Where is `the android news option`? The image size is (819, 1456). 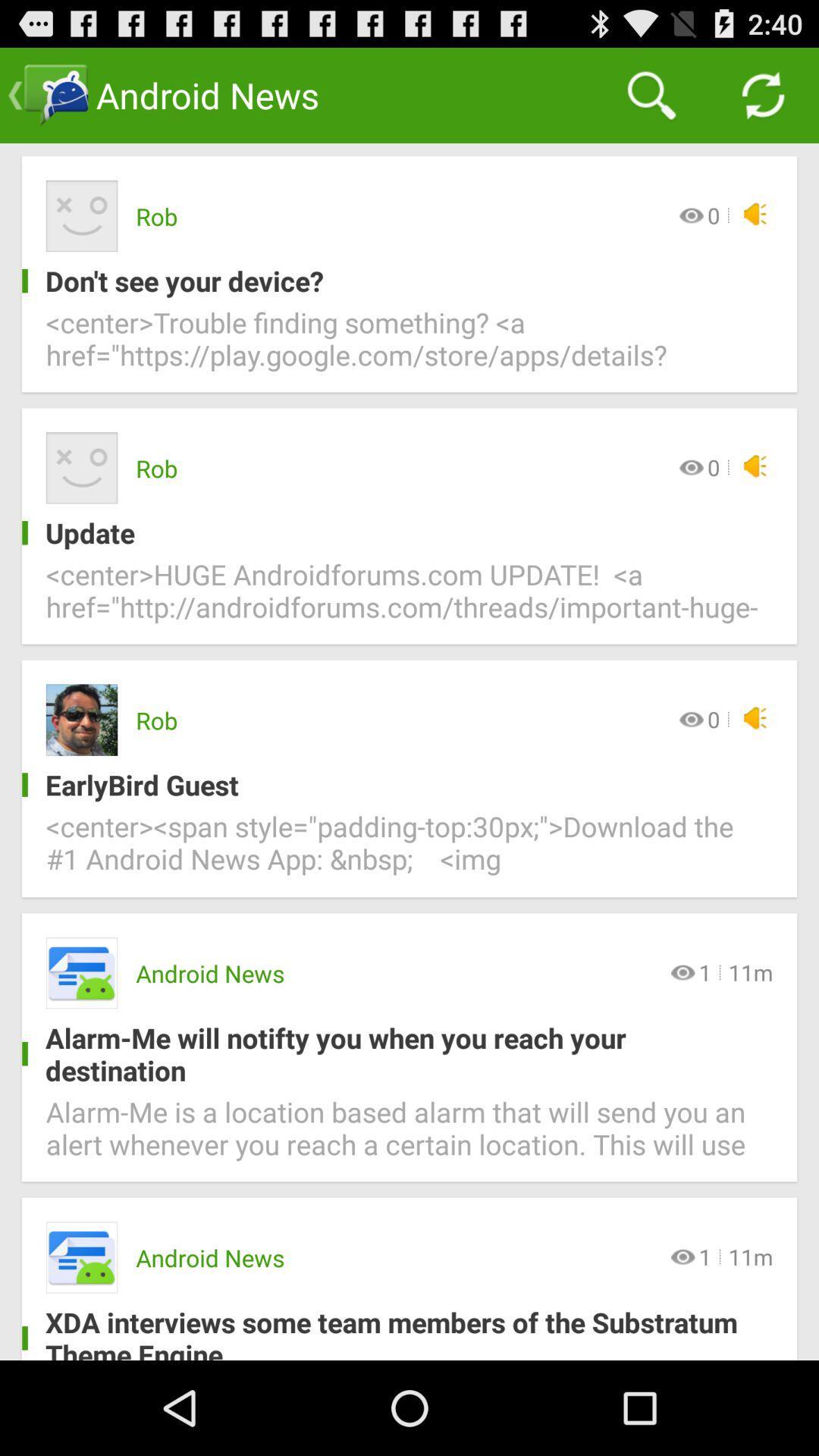
the android news option is located at coordinates (82, 973).